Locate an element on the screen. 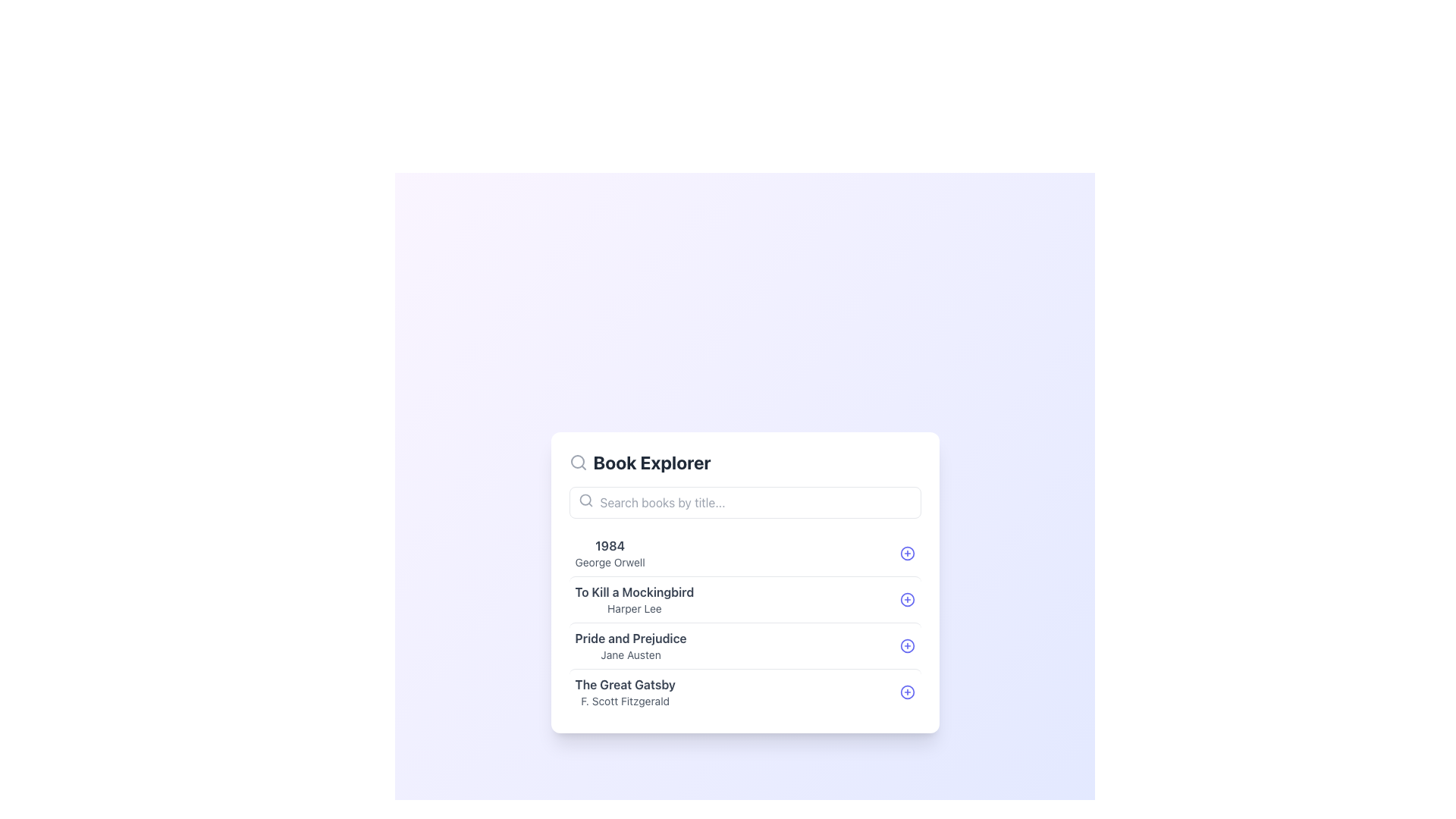  the text label displaying '1984' by George Orwell to interact with it is located at coordinates (610, 553).